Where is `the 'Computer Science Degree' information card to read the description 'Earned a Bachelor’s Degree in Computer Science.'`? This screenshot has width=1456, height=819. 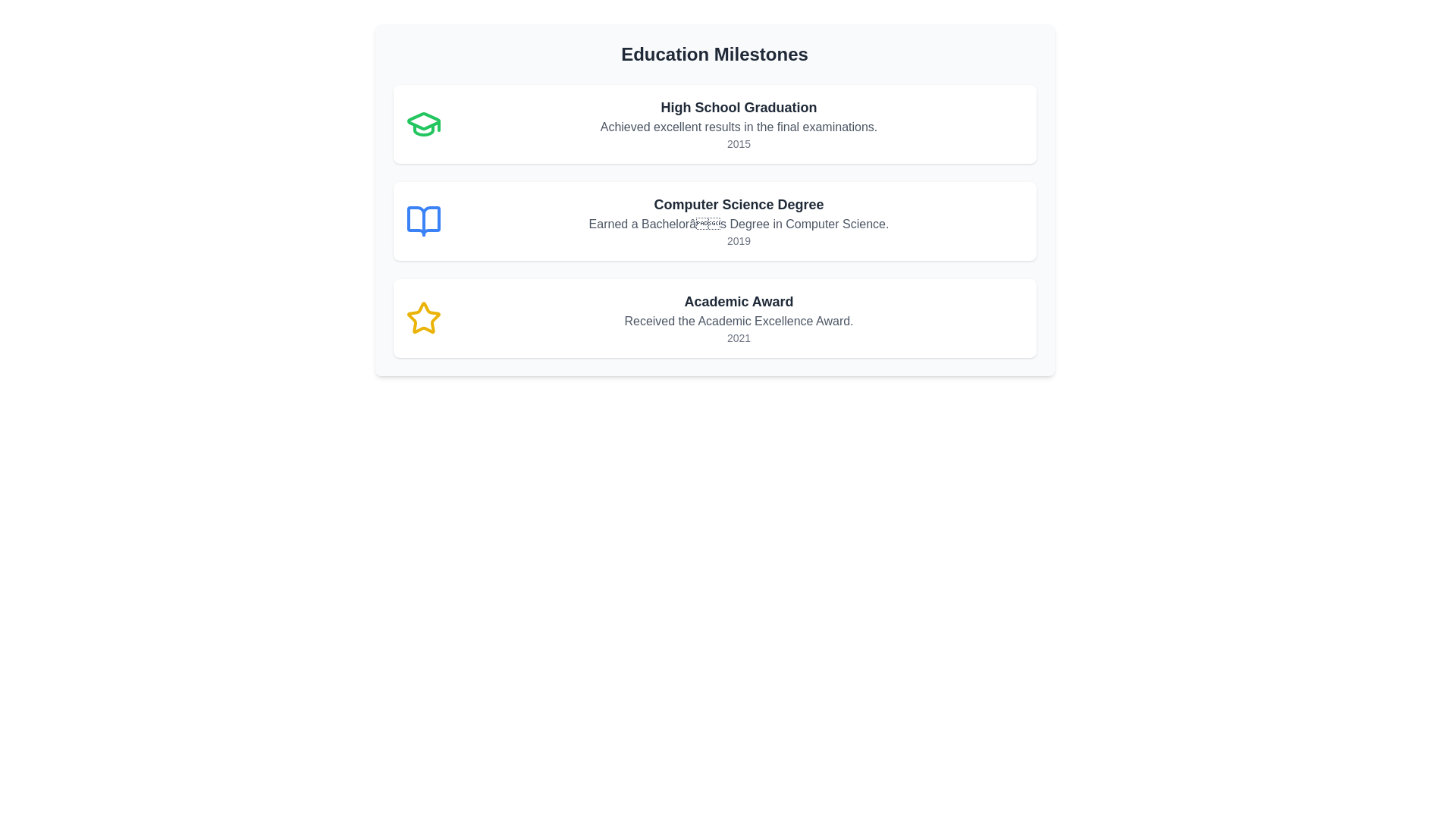 the 'Computer Science Degree' information card to read the description 'Earned a Bachelor’s Degree in Computer Science.' is located at coordinates (714, 221).